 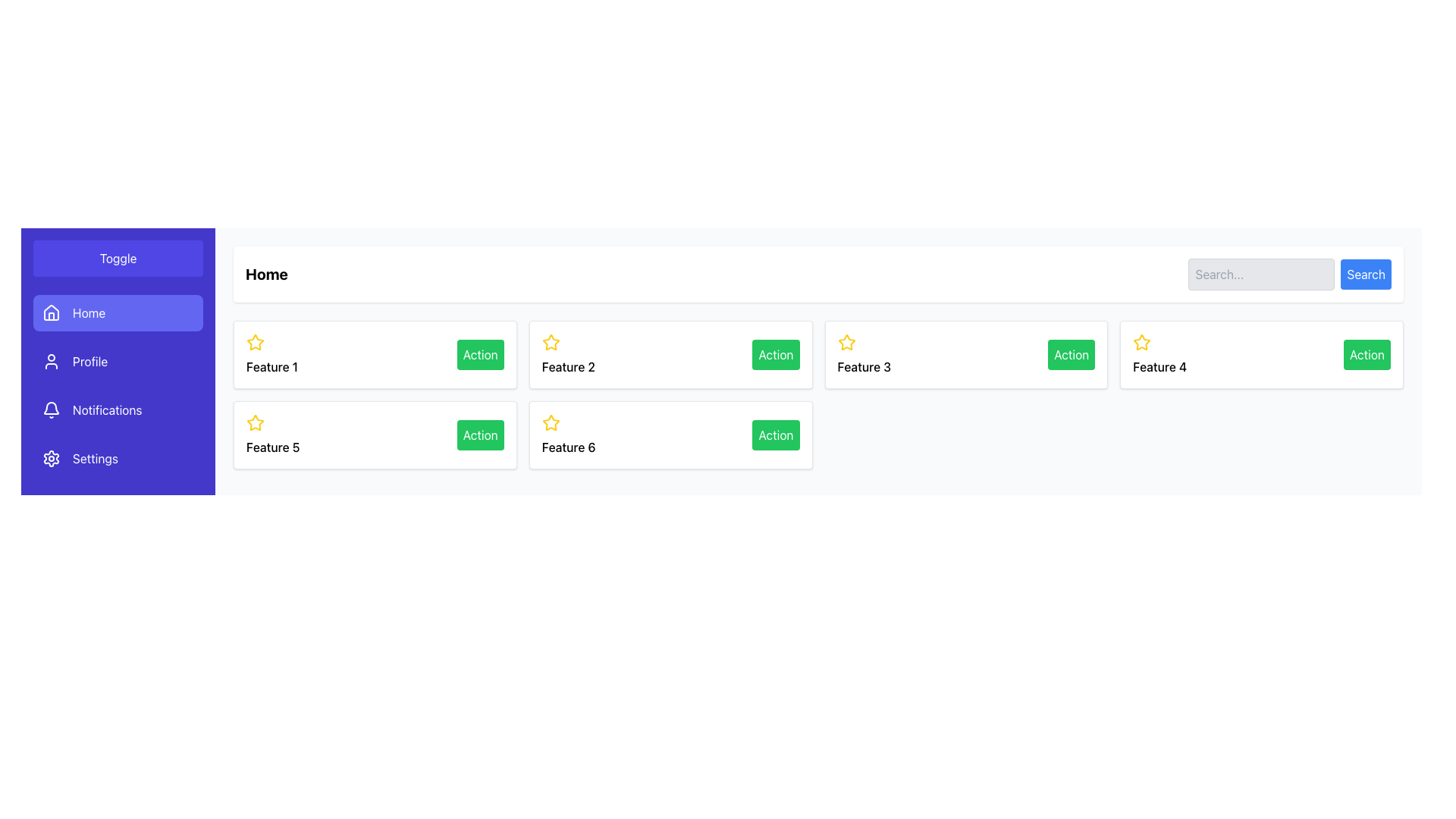 What do you see at coordinates (1142, 342) in the screenshot?
I see `the star icon in the top-left section of the 'Feature 4' card to rate it` at bounding box center [1142, 342].